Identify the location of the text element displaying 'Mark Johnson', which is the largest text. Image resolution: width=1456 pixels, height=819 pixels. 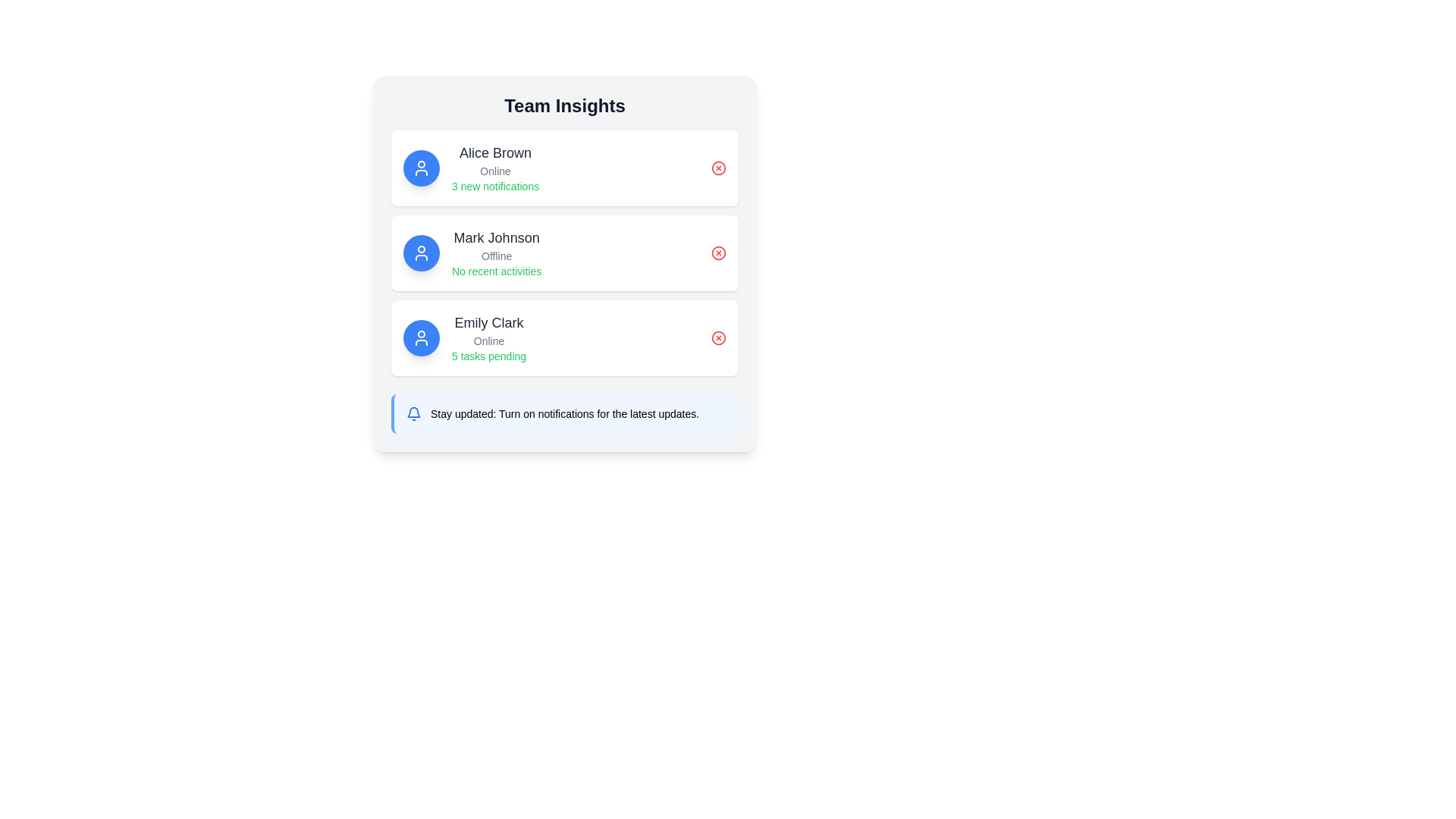
(496, 237).